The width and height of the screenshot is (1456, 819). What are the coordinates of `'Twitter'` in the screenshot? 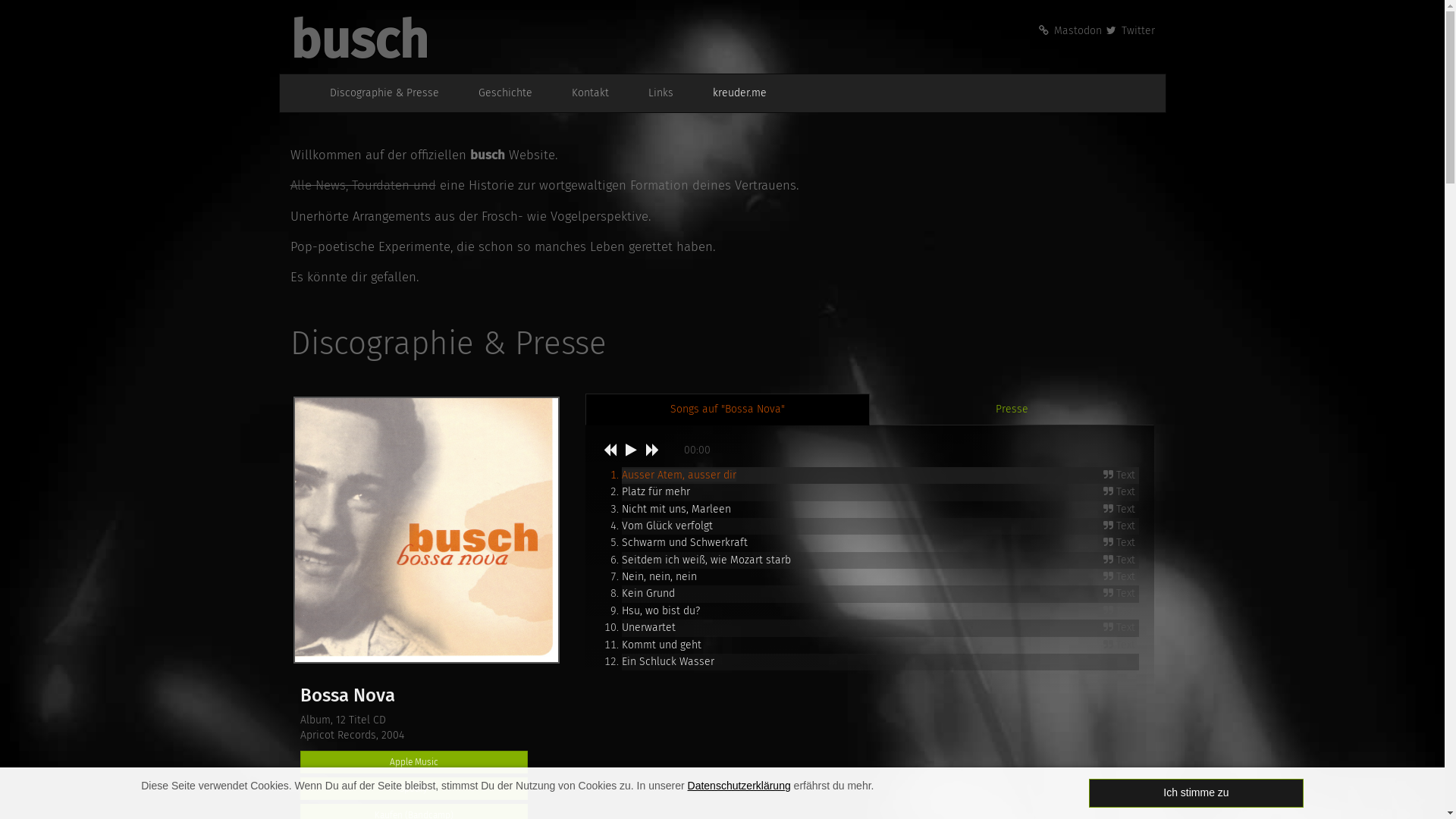 It's located at (1129, 30).